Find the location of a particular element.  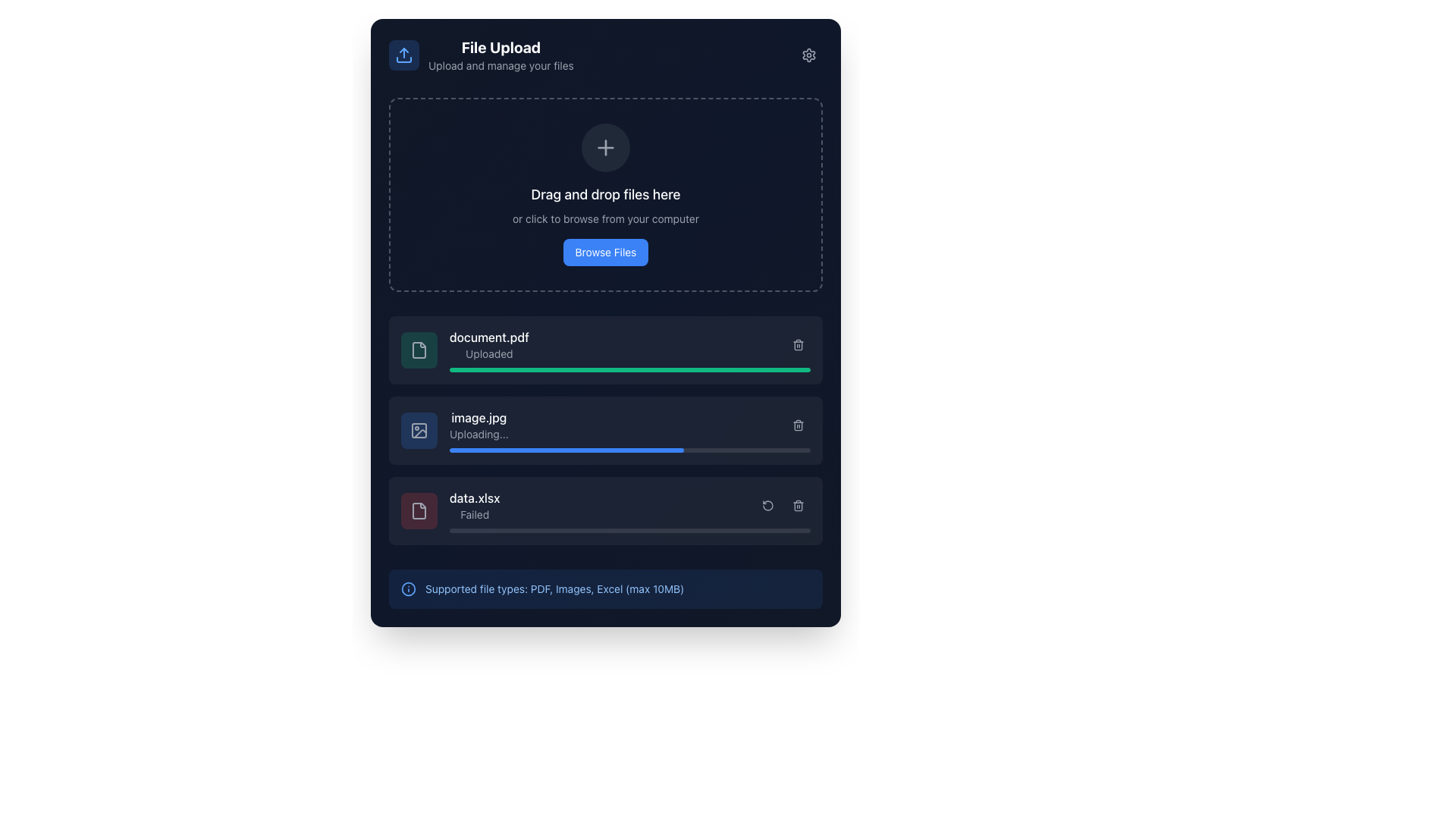

the static text label that identifies the uploaded file named 'document.pdf', located at the top of the upload list area is located at coordinates (489, 336).